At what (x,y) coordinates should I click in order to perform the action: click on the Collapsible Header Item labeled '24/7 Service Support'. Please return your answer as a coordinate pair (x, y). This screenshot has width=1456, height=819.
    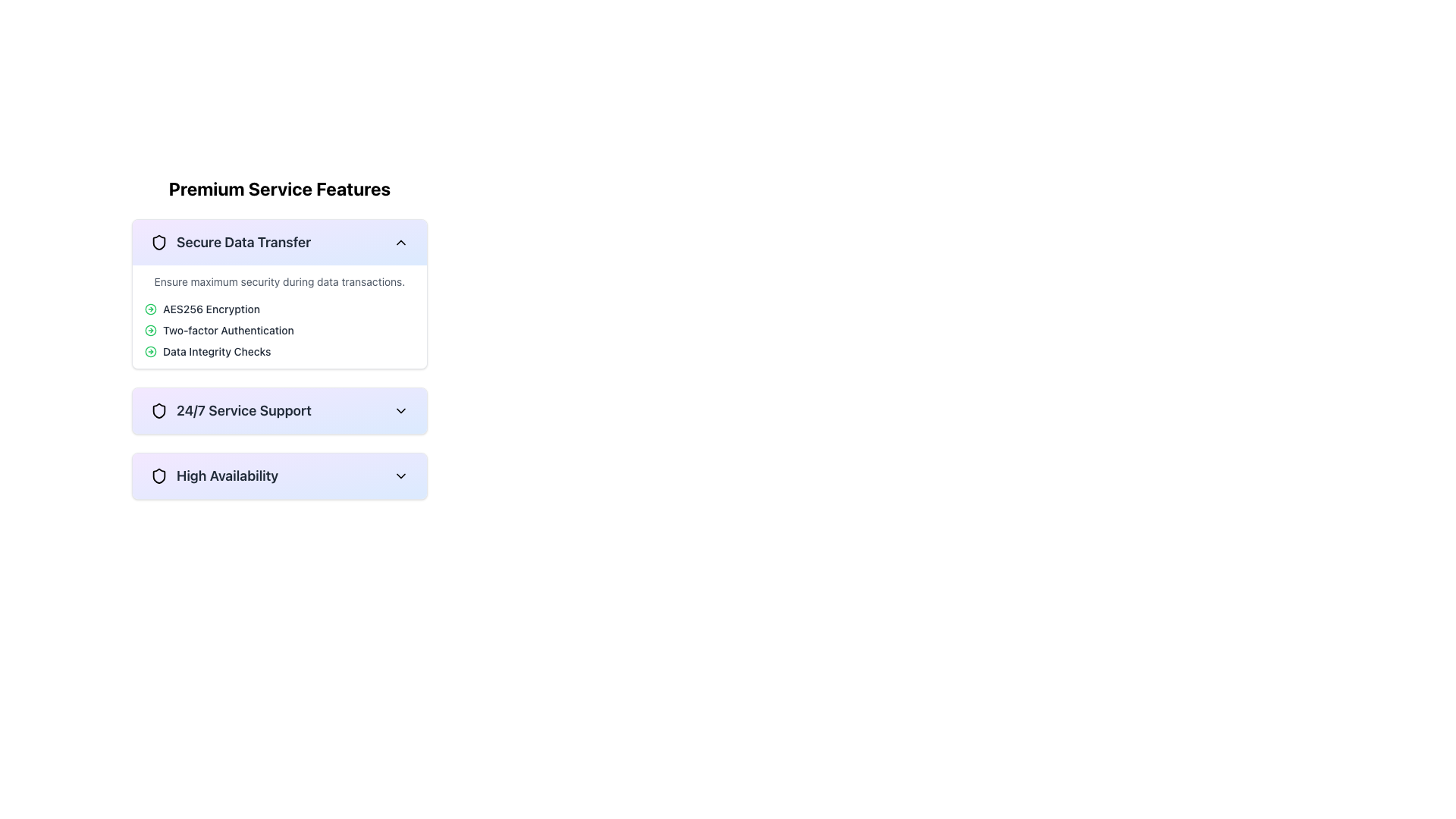
    Looking at the image, I should click on (280, 411).